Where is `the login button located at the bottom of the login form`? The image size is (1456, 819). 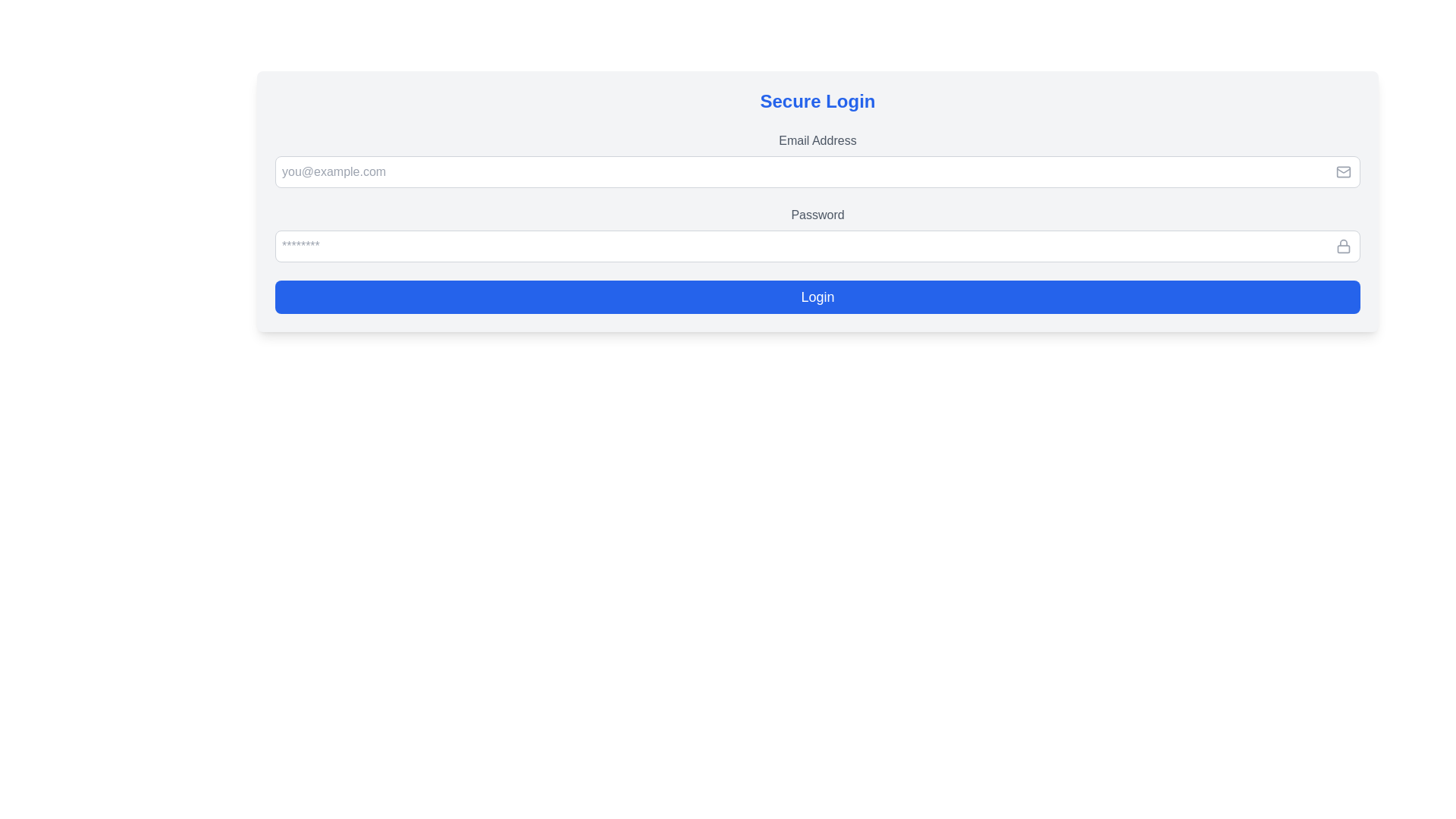 the login button located at the bottom of the login form is located at coordinates (817, 297).